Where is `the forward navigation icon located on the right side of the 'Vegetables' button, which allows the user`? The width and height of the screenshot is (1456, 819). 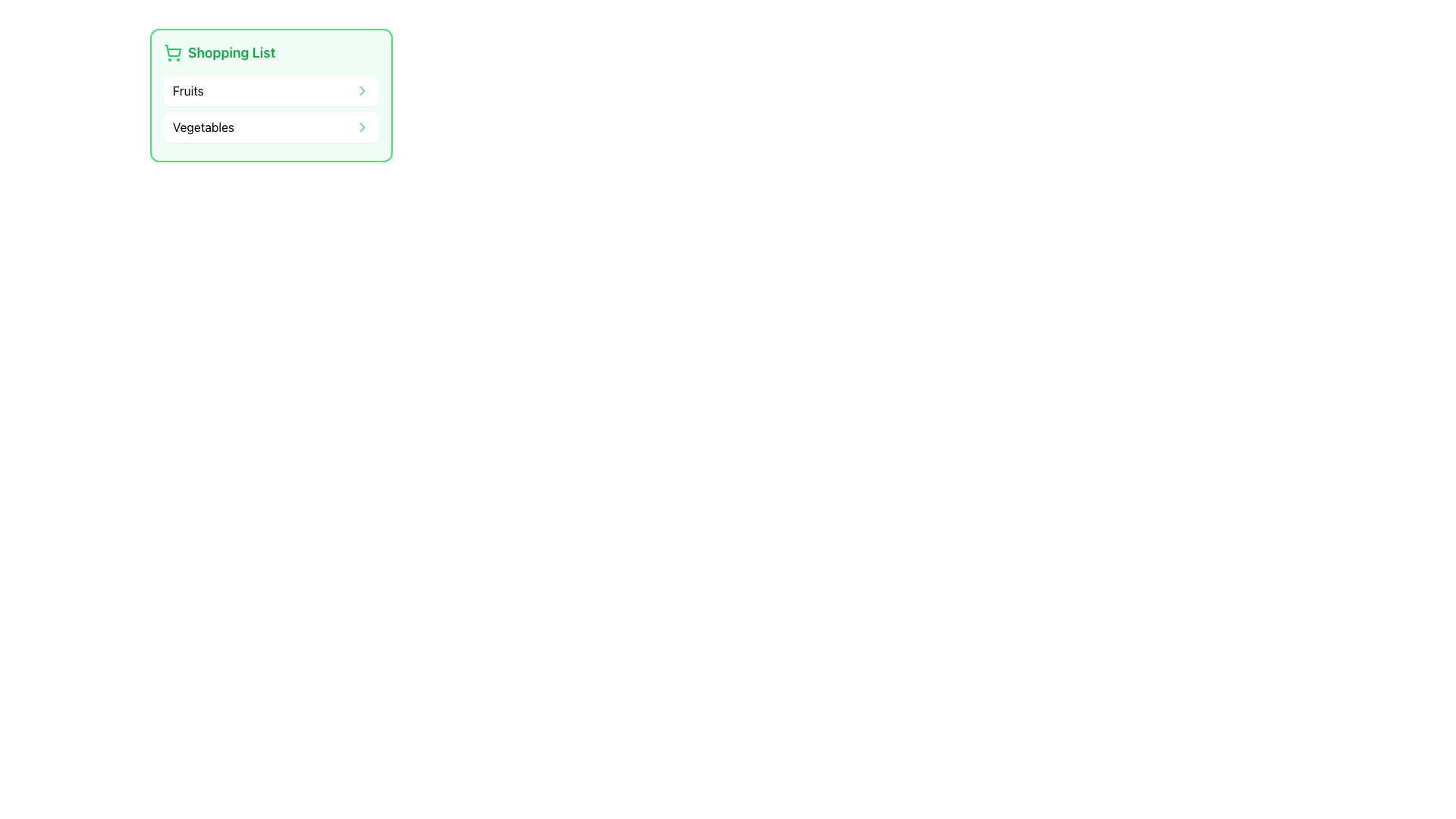
the forward navigation icon located on the right side of the 'Vegetables' button, which allows the user is located at coordinates (362, 127).